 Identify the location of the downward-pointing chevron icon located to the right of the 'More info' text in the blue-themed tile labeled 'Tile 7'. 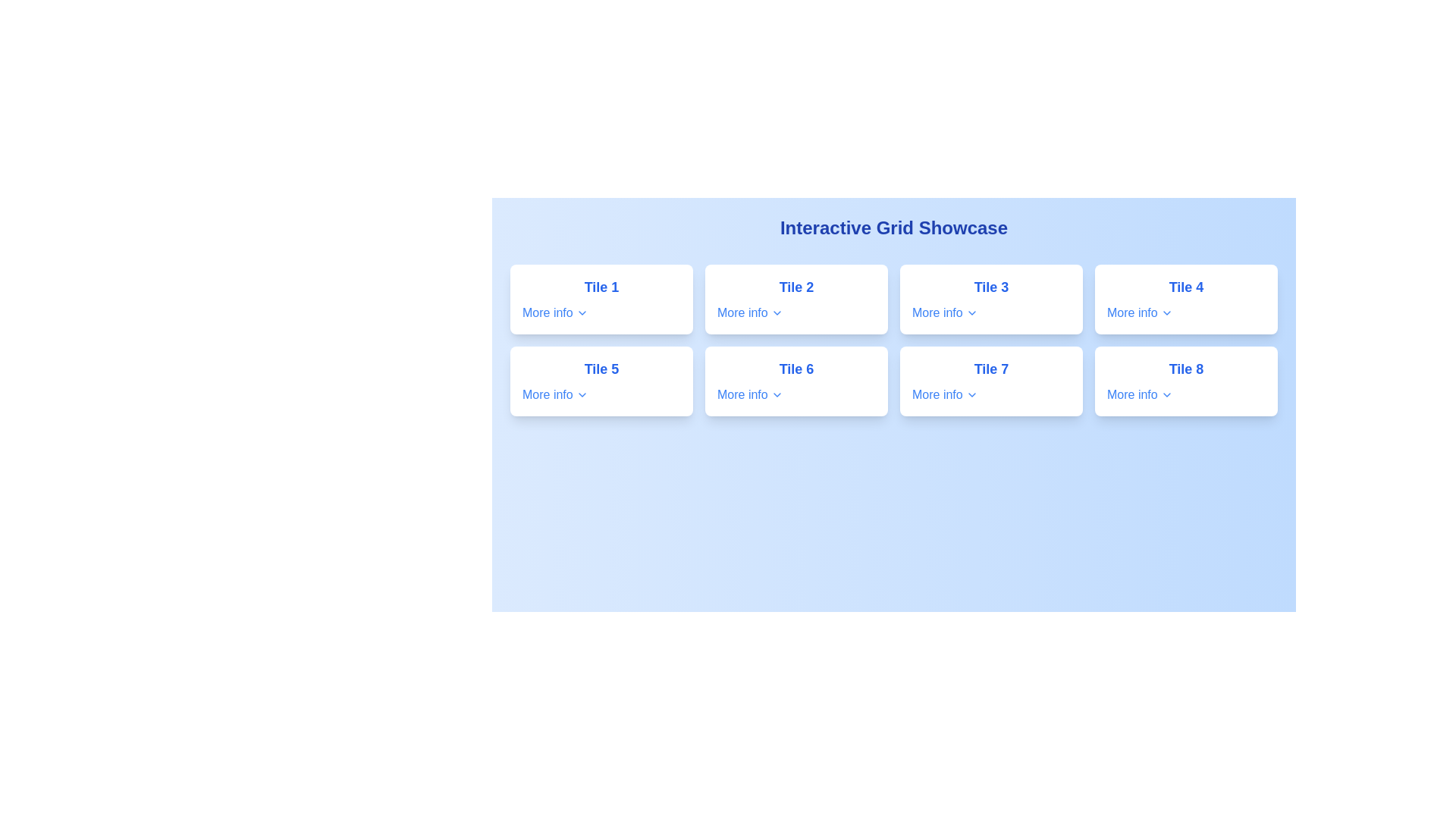
(971, 394).